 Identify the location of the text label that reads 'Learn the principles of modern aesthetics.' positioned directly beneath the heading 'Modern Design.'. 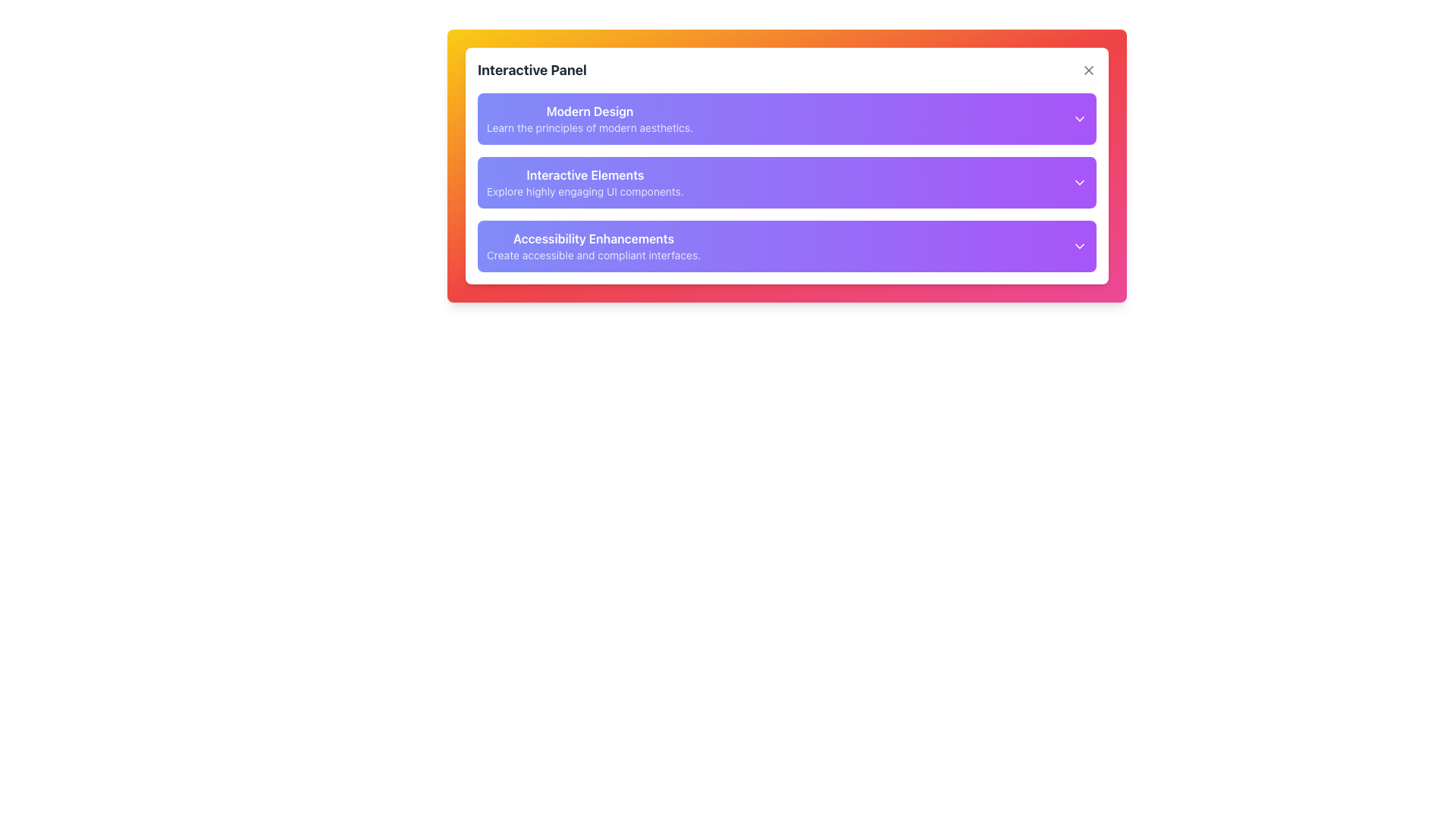
(588, 127).